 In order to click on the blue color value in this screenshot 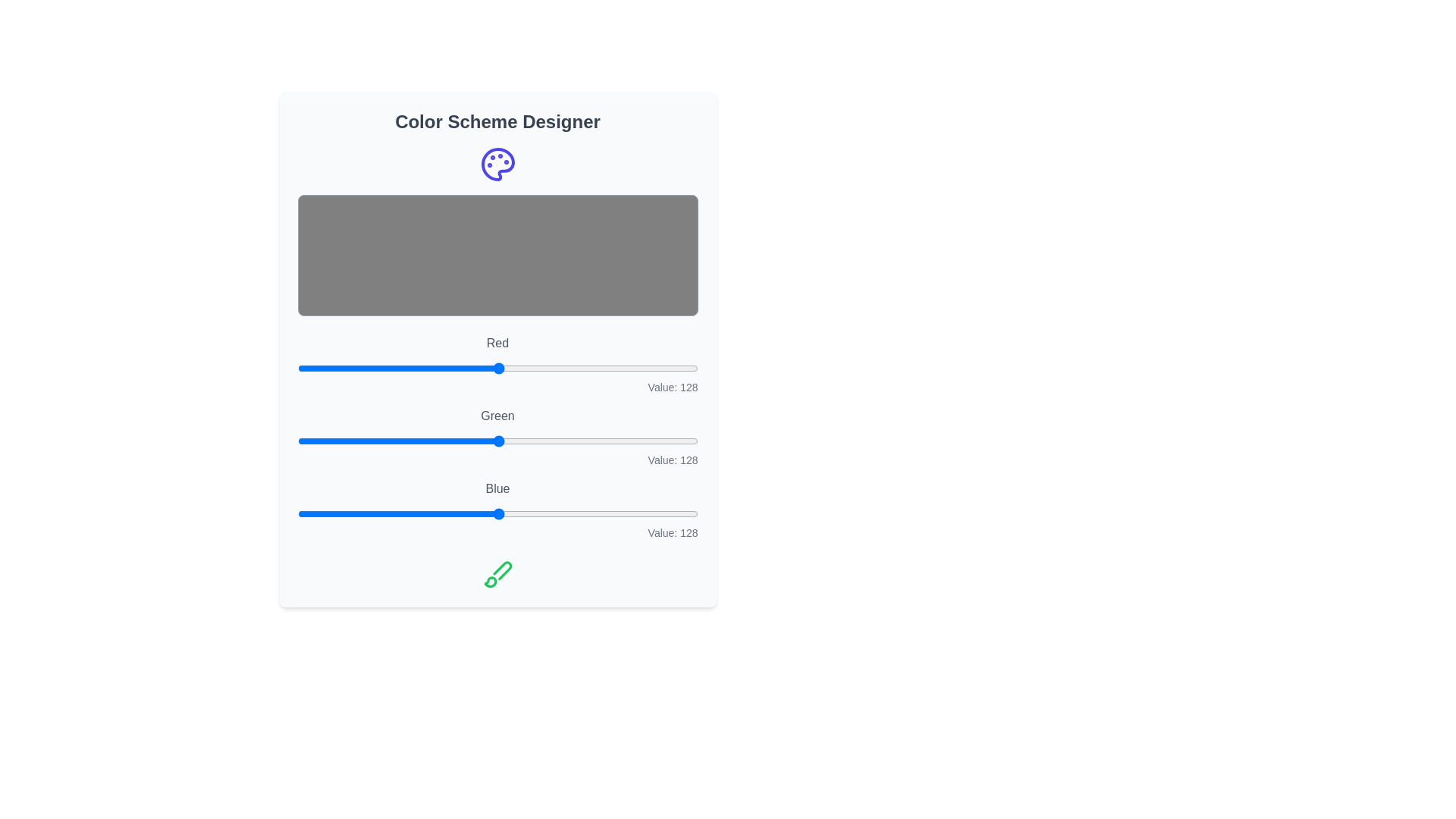, I will do `click(641, 513)`.